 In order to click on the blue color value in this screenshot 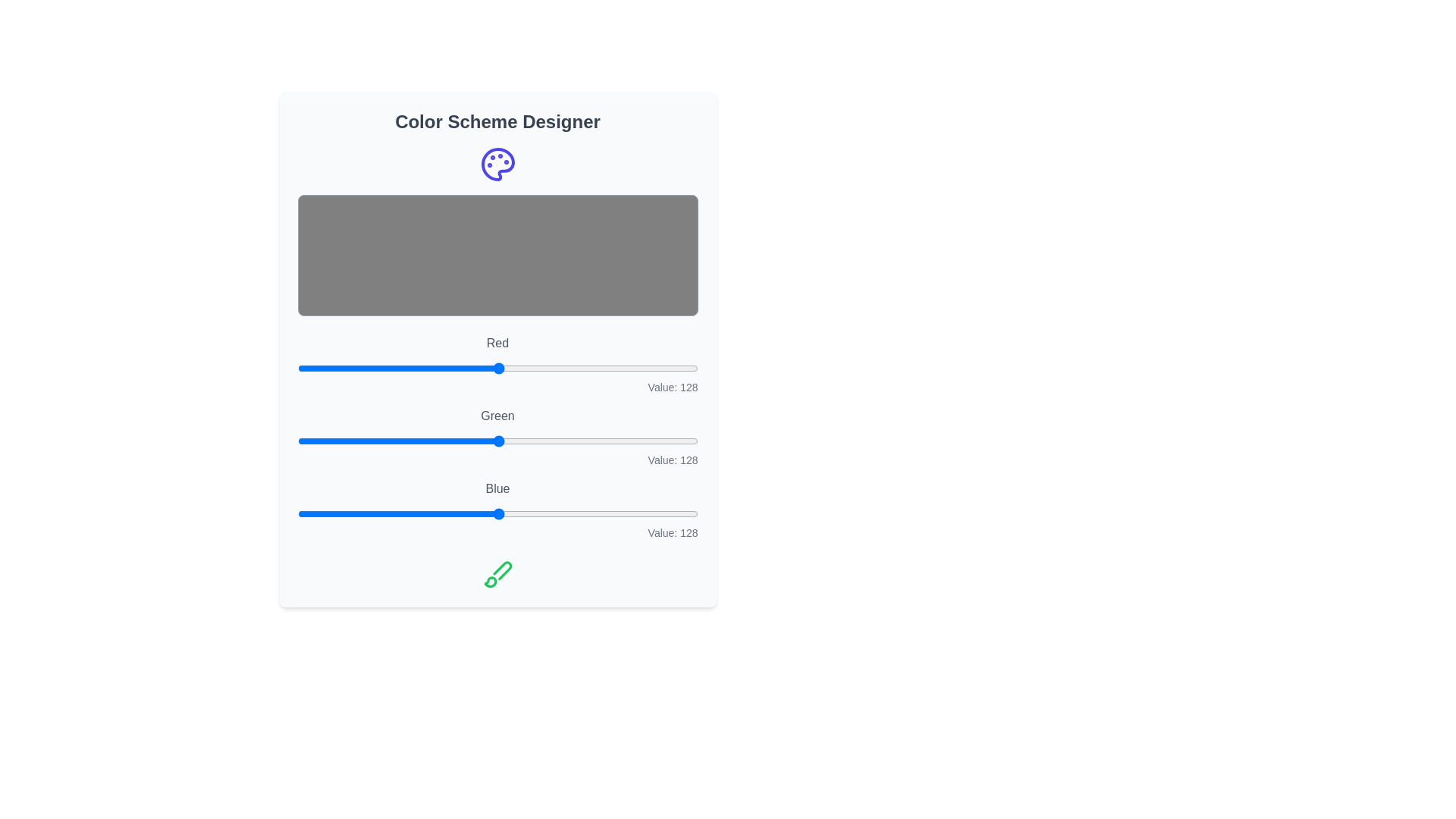, I will do `click(641, 513)`.